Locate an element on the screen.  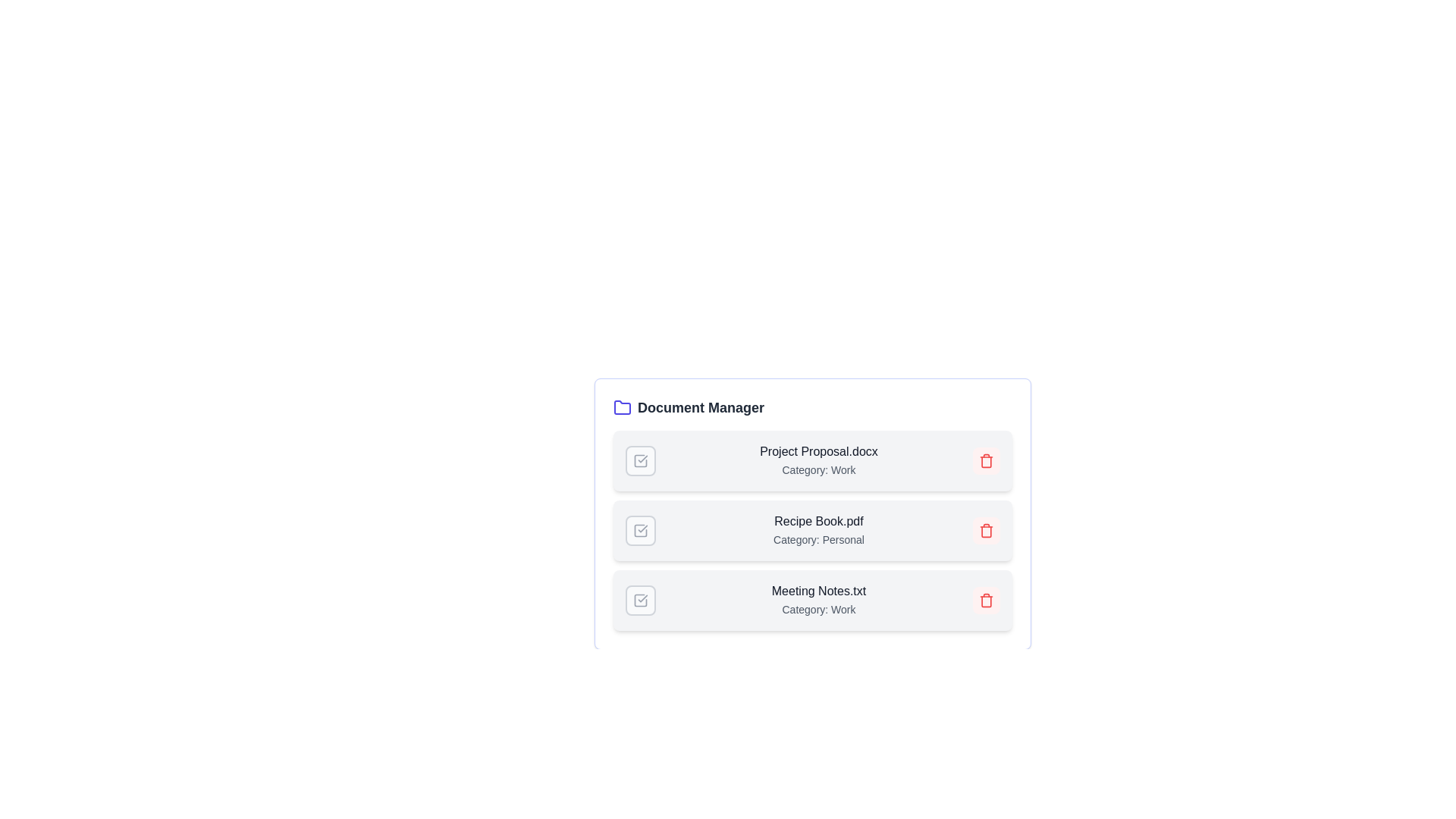
blue folder icon with rounded corners located next to the 'Document Manager' title for informational purposes is located at coordinates (622, 406).